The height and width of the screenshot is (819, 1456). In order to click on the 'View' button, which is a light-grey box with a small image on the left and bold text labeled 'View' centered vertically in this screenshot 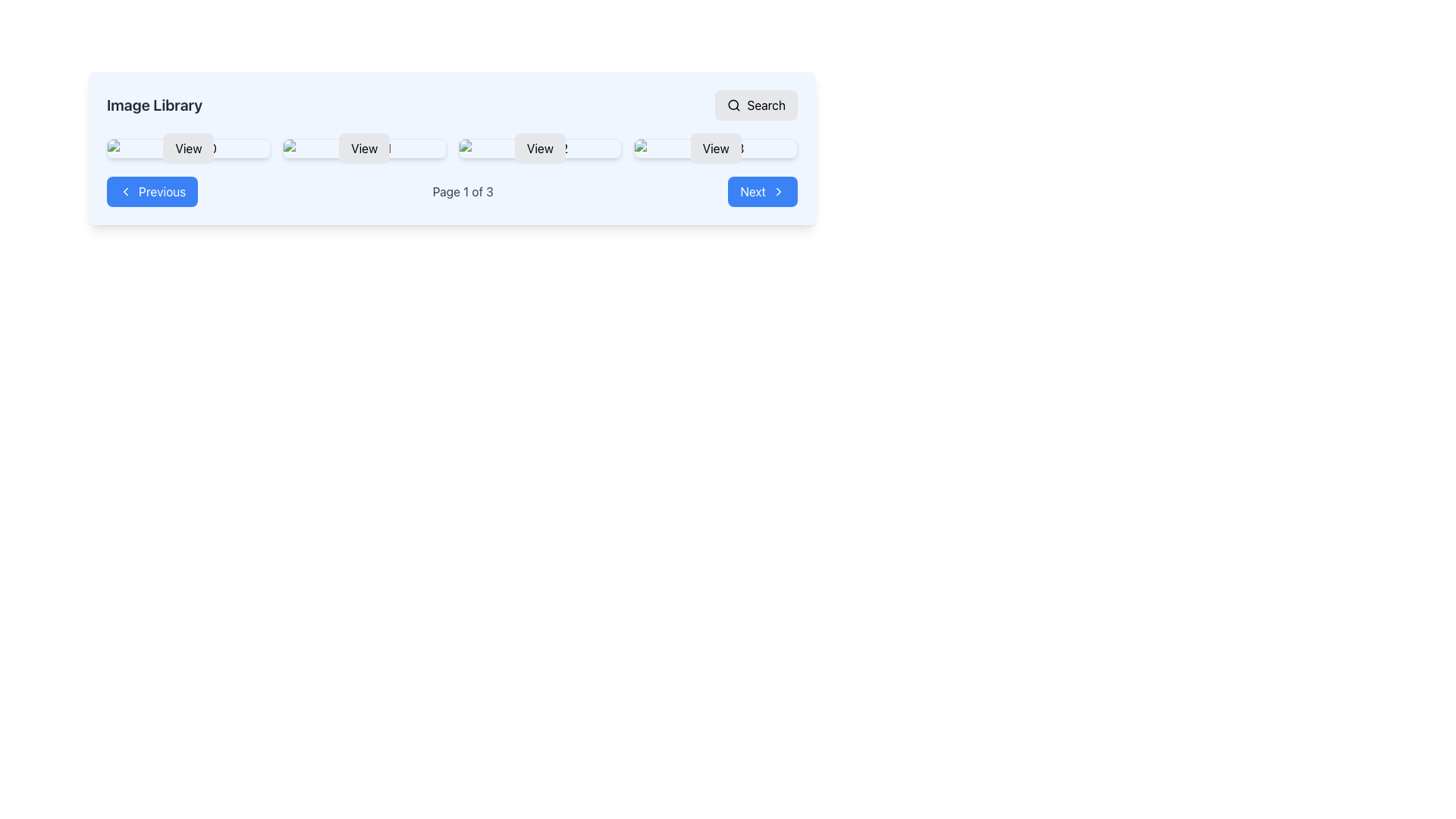, I will do `click(540, 149)`.